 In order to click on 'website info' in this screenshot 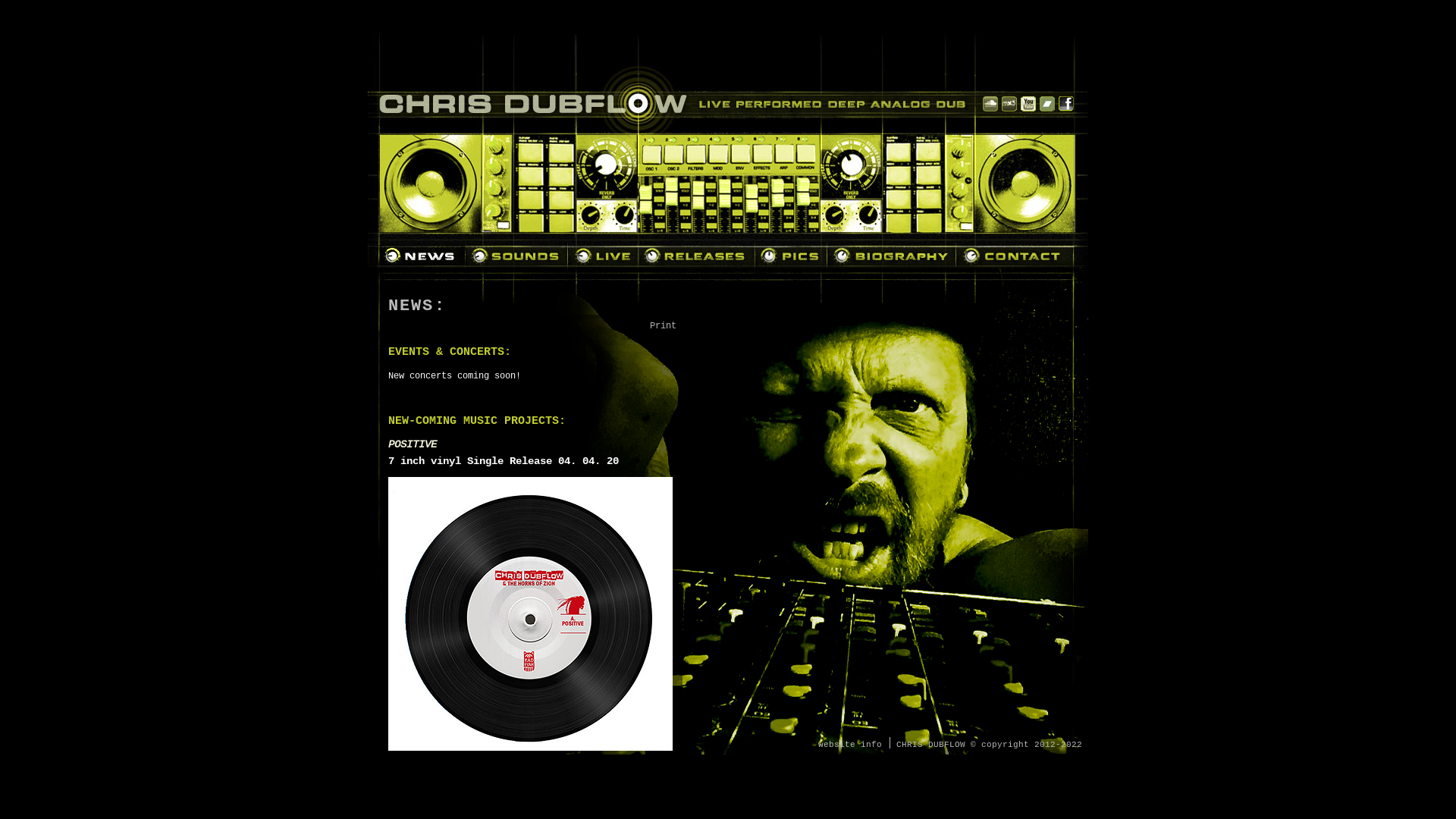, I will do `click(850, 742)`.